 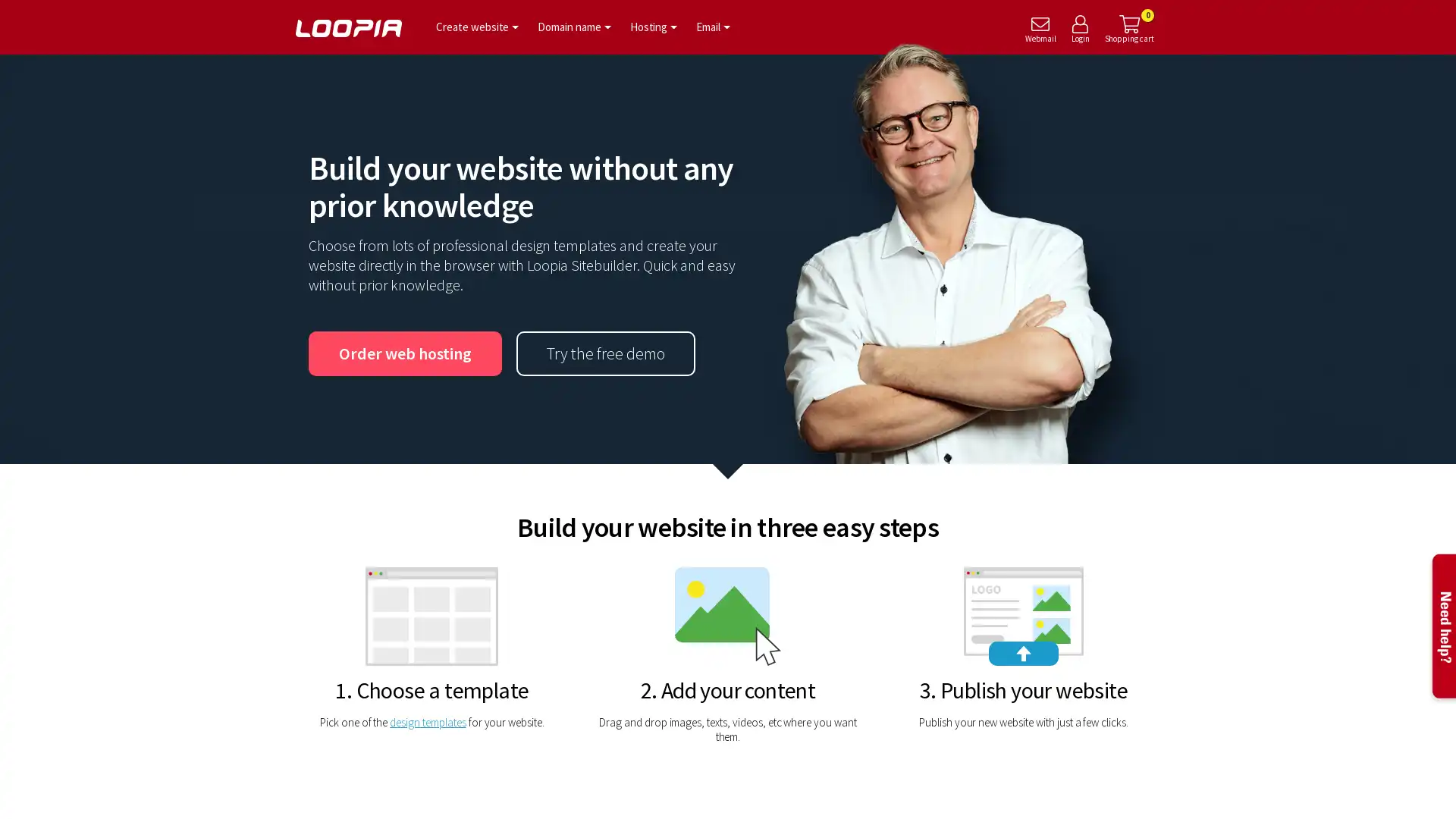 I want to click on Try the free demo, so click(x=604, y=353).